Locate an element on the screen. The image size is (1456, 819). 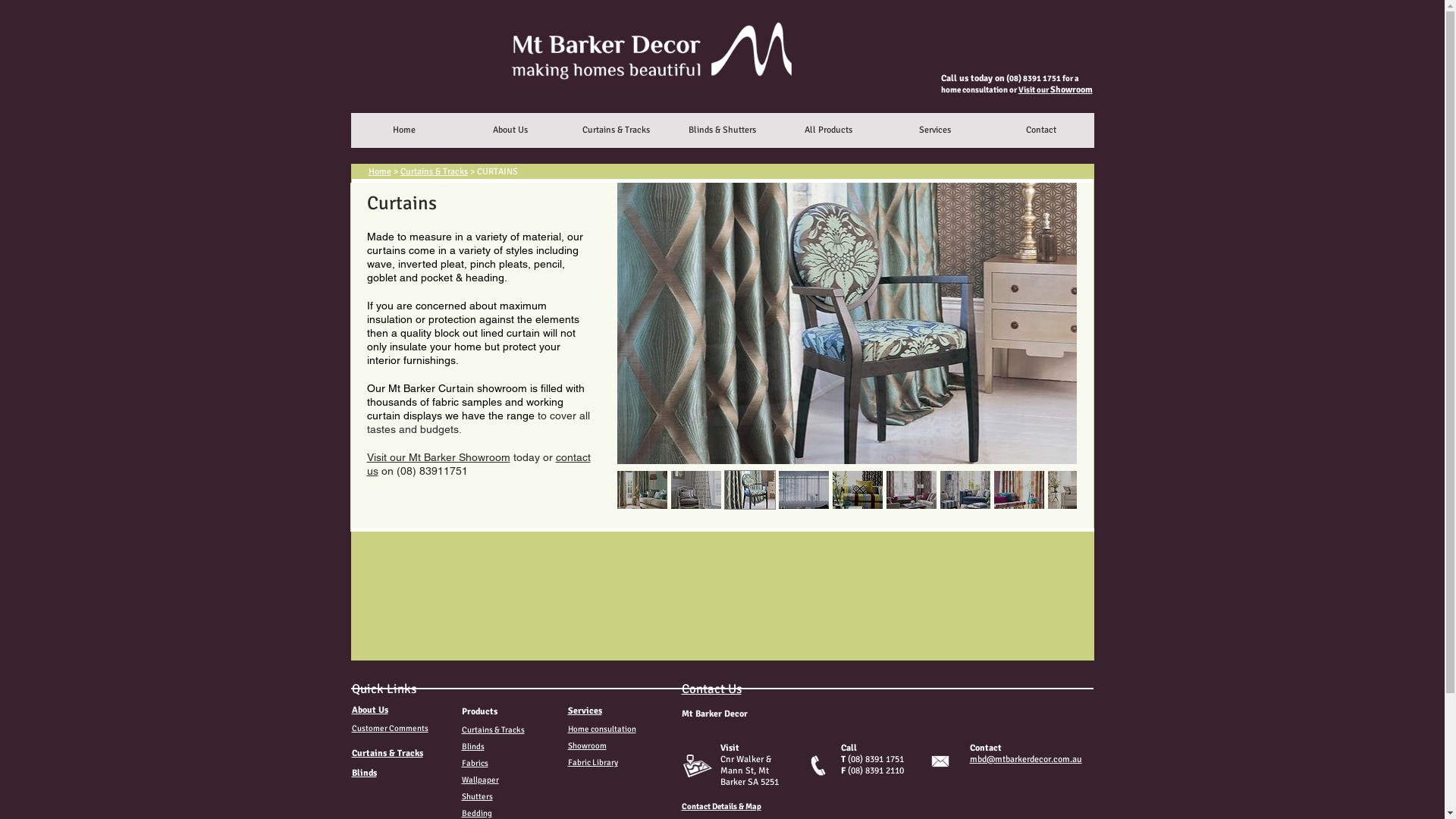
'Blinds' is located at coordinates (364, 773).